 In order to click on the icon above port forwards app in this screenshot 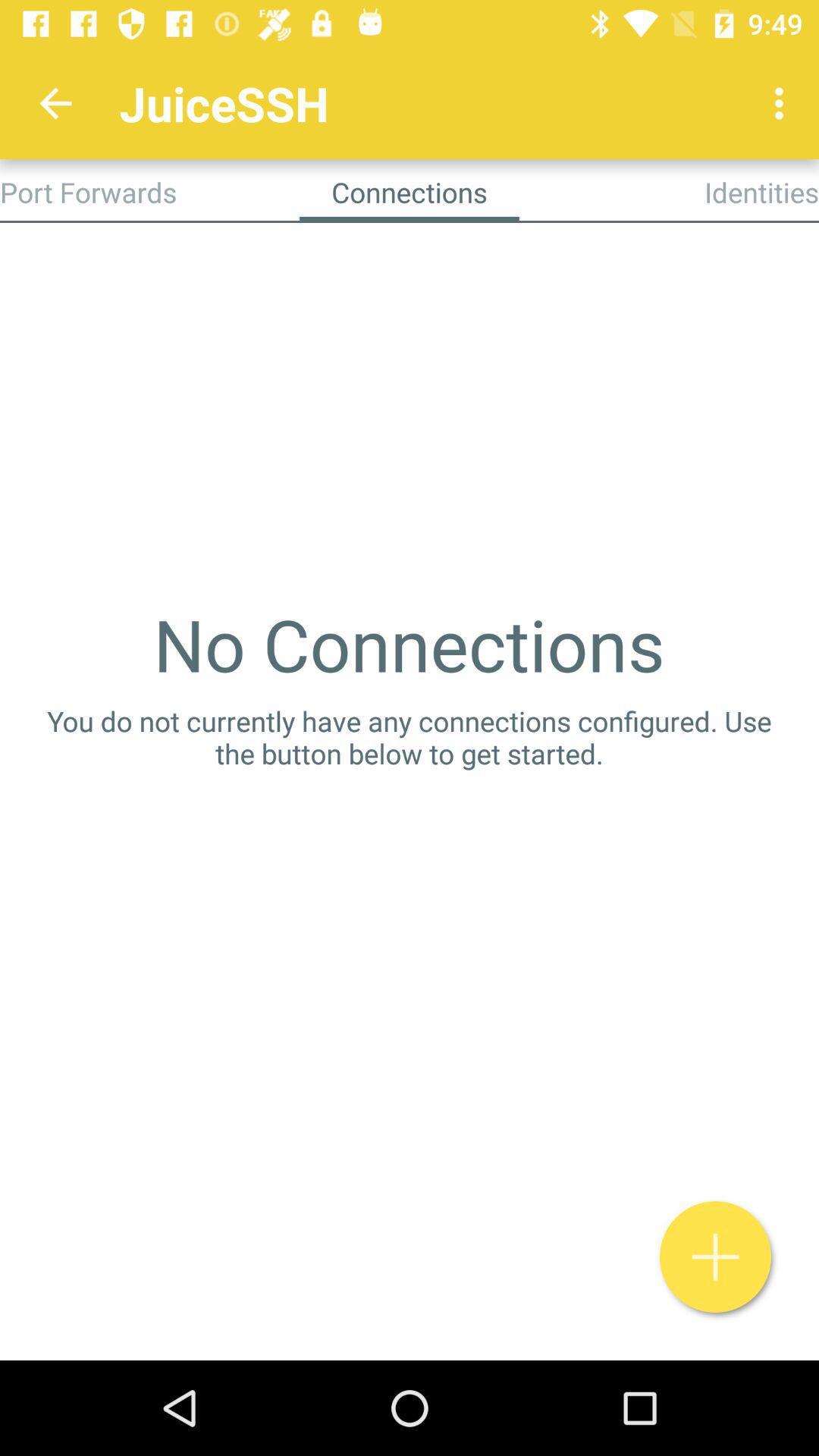, I will do `click(55, 102)`.